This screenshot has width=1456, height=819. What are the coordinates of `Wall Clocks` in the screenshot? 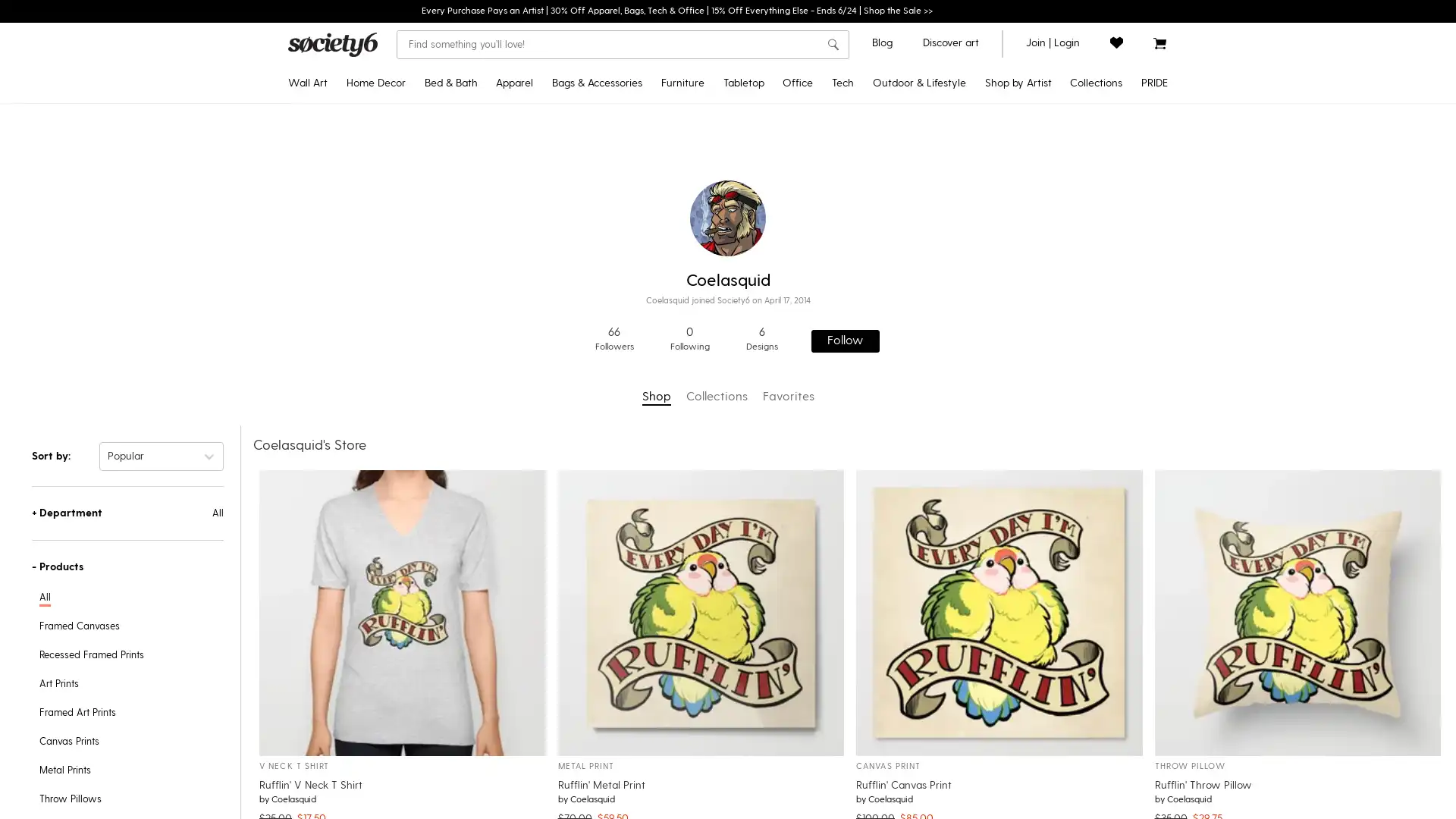 It's located at (404, 292).